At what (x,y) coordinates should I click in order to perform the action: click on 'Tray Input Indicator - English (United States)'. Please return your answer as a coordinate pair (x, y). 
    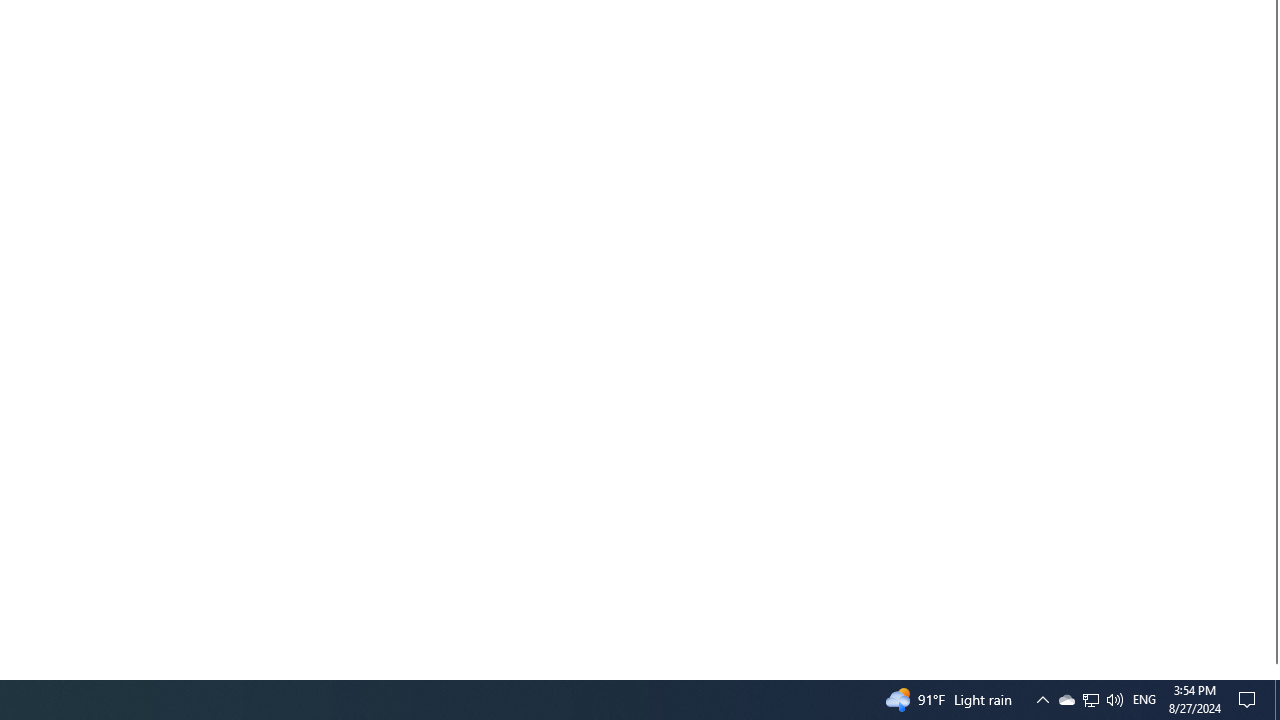
    Looking at the image, I should click on (1144, 698).